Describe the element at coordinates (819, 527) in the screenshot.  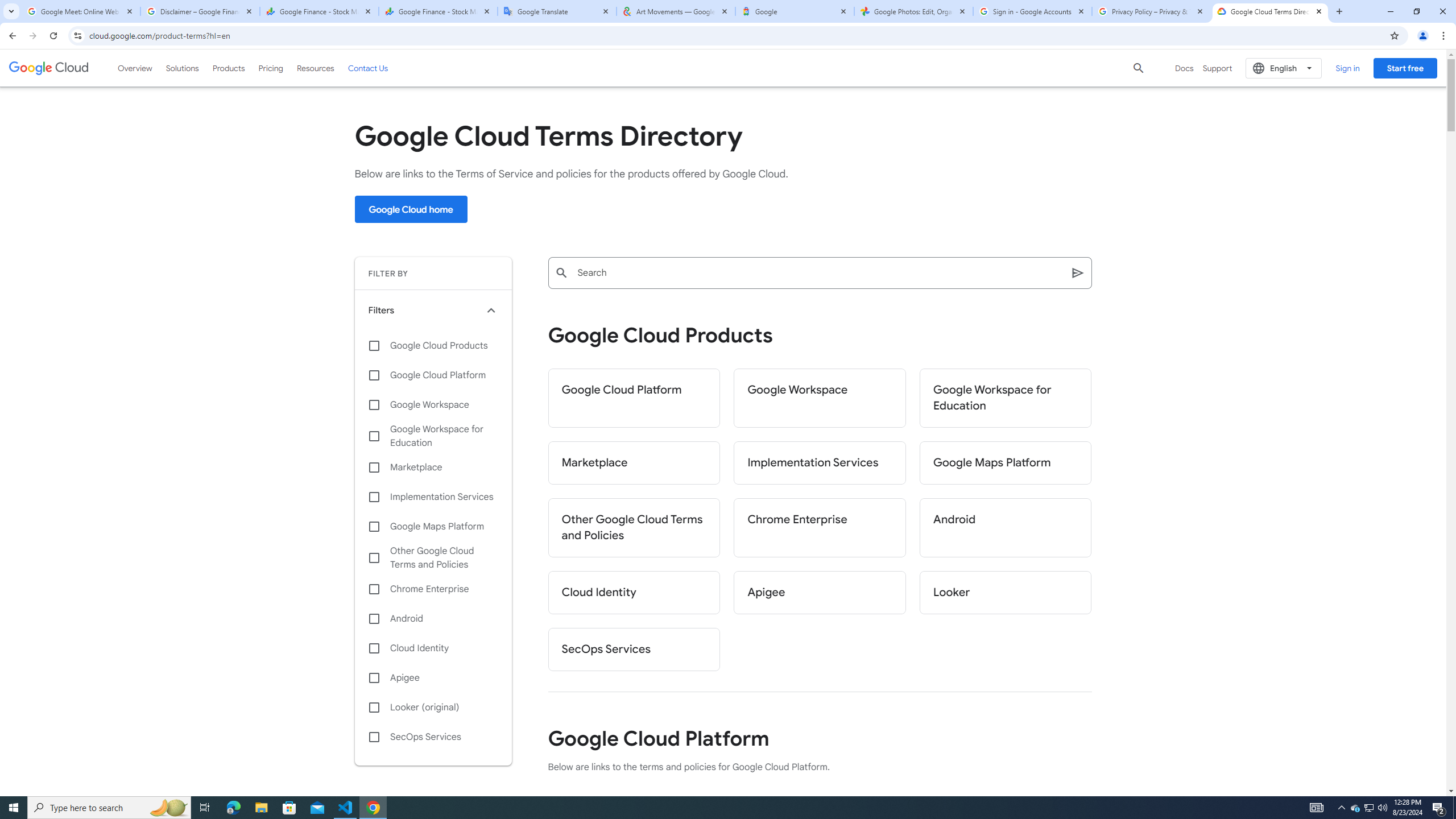
I see `'Chrome Enterprise'` at that location.